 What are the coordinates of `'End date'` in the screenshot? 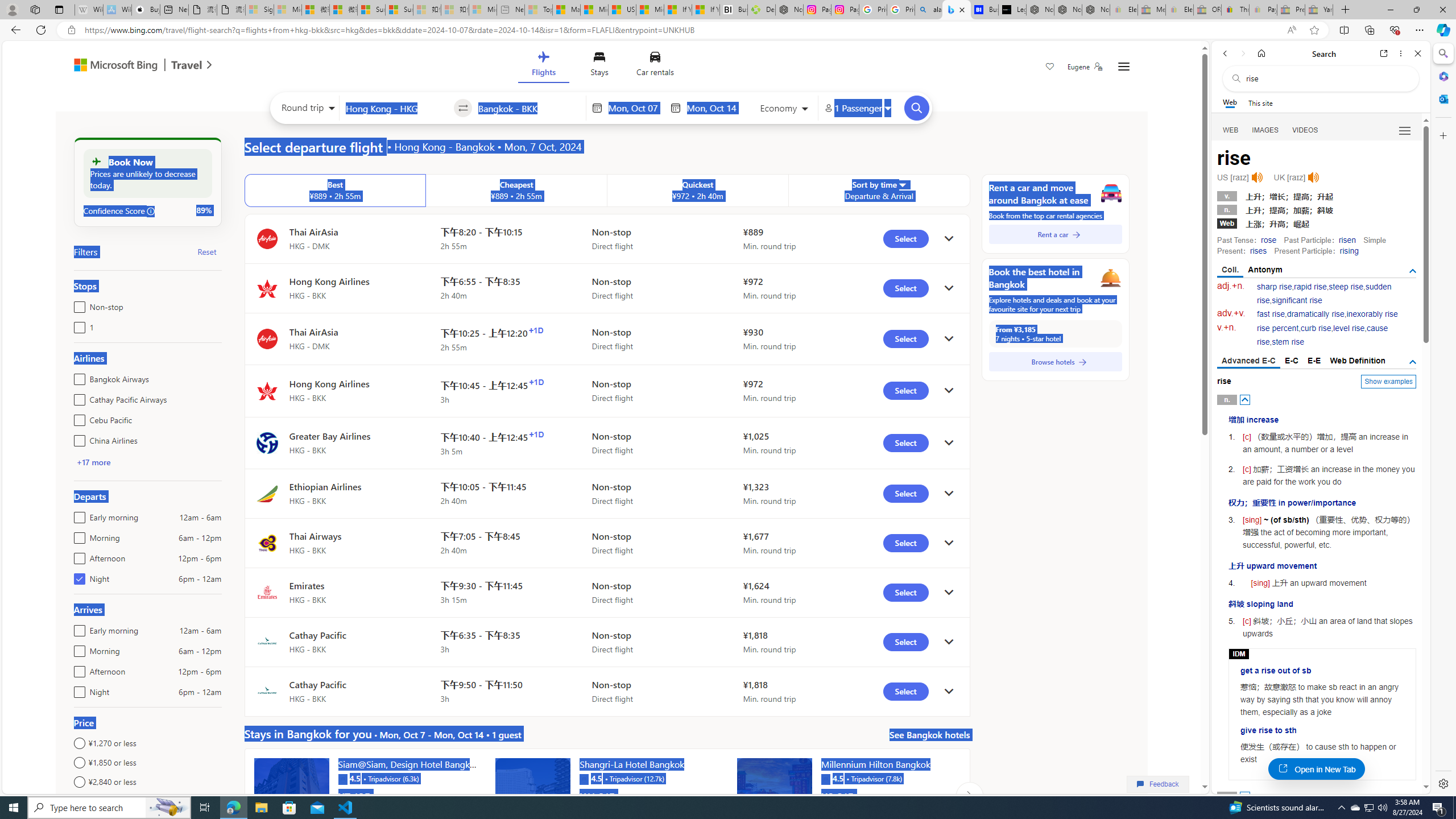 It's located at (714, 107).